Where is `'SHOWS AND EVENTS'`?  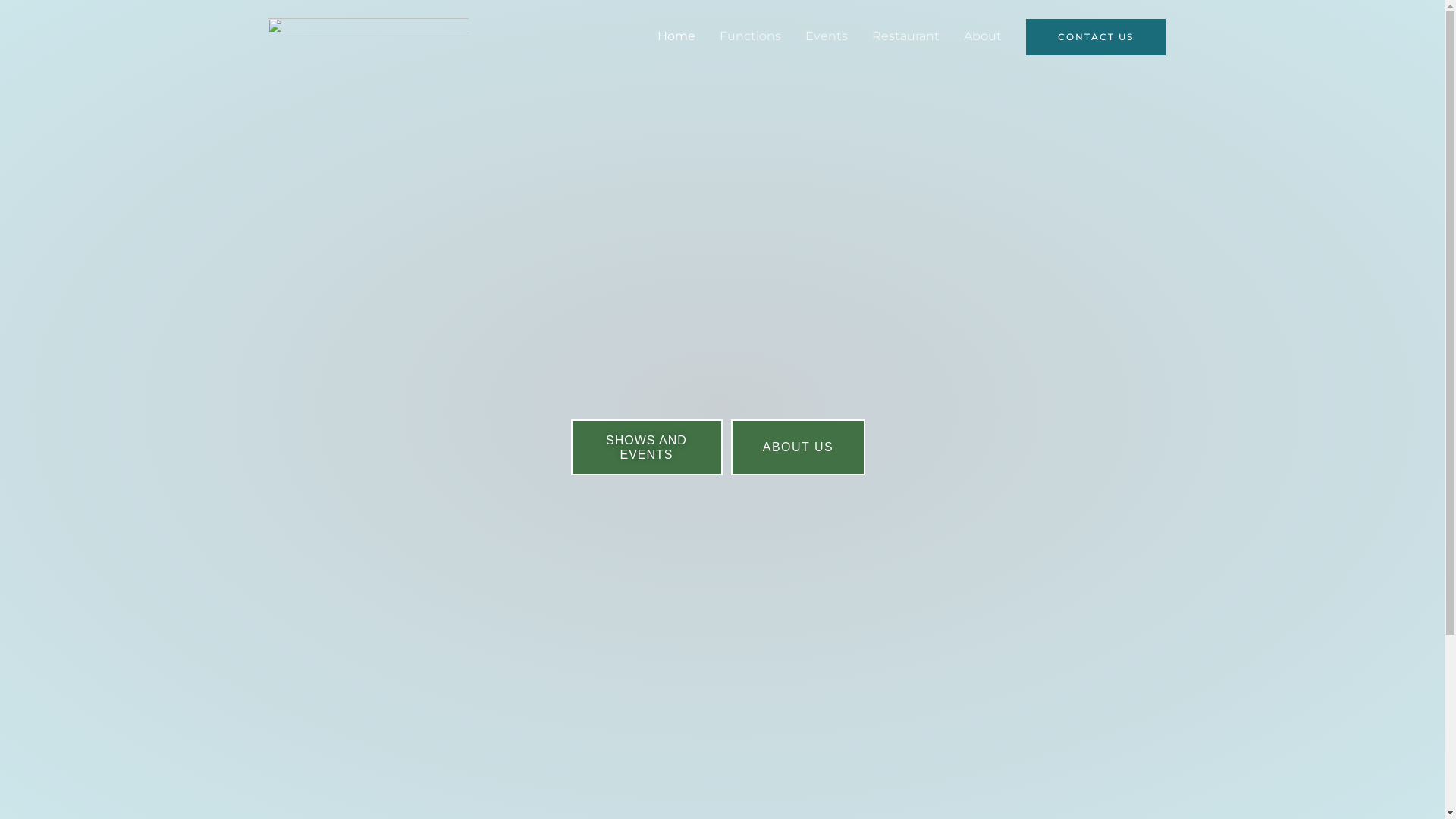
'SHOWS AND EVENTS' is located at coordinates (645, 447).